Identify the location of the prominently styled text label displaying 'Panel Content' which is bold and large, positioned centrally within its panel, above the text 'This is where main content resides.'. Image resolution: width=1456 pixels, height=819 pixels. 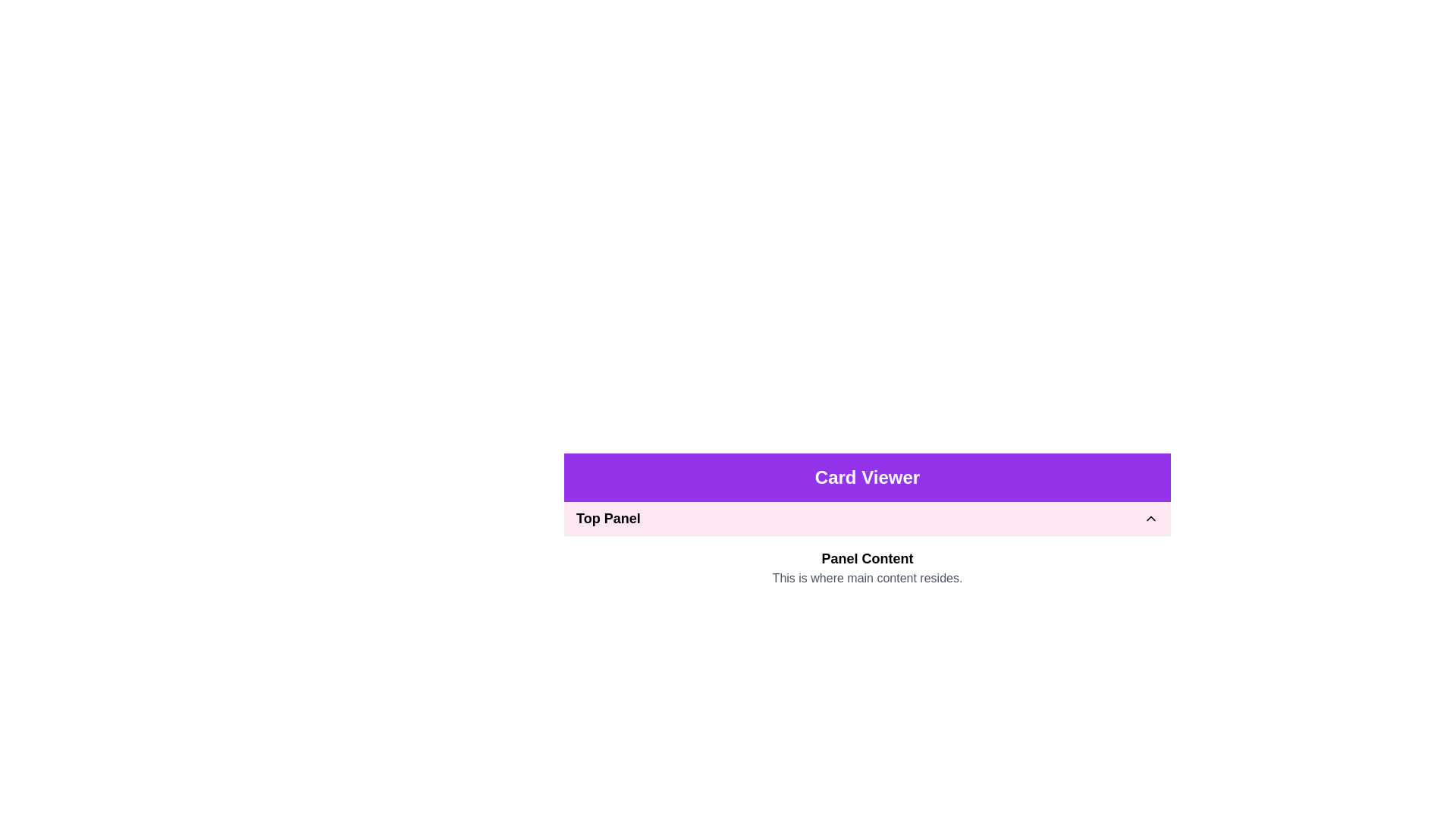
(867, 558).